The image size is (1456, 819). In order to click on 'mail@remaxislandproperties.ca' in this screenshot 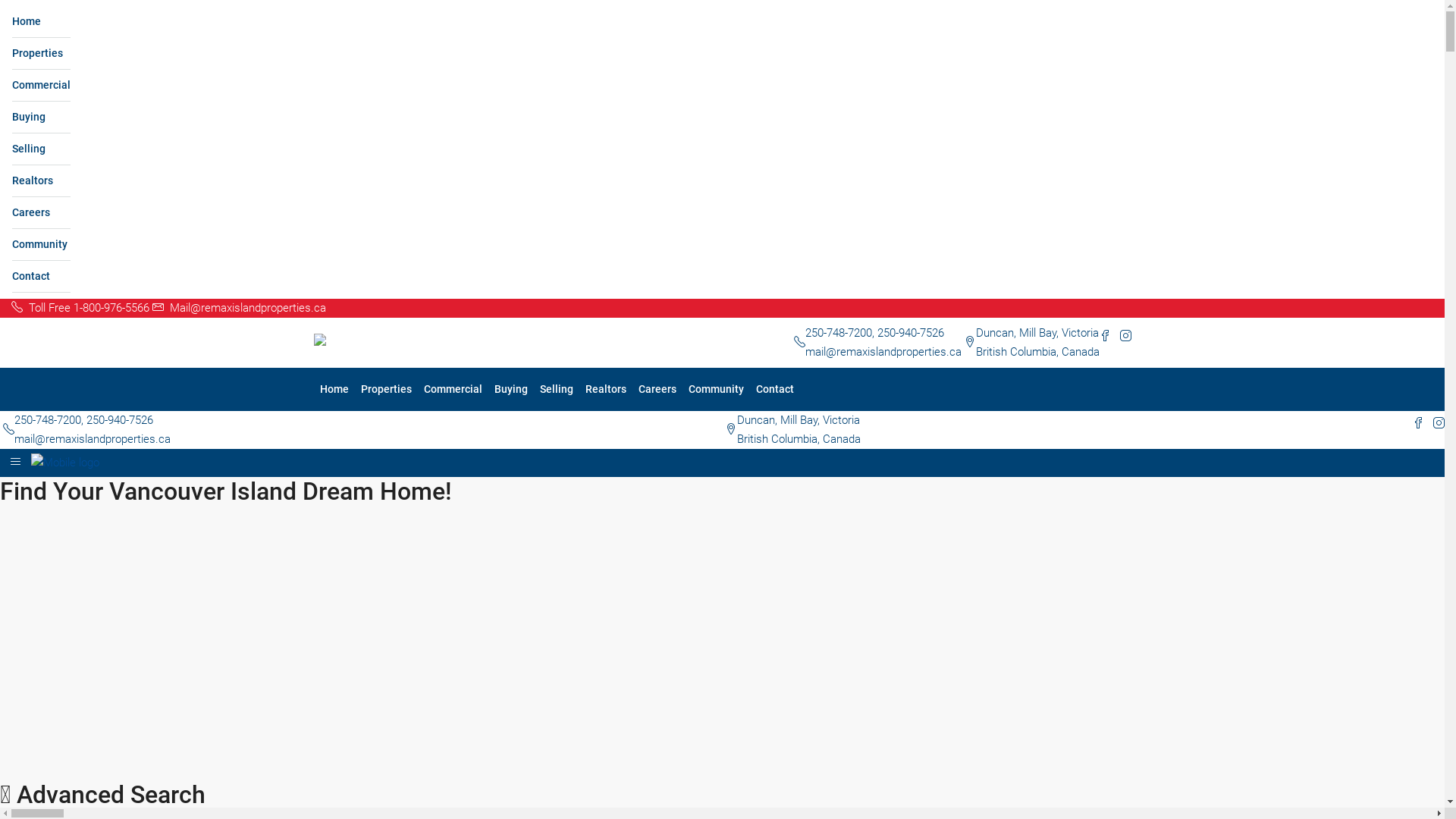, I will do `click(91, 438)`.